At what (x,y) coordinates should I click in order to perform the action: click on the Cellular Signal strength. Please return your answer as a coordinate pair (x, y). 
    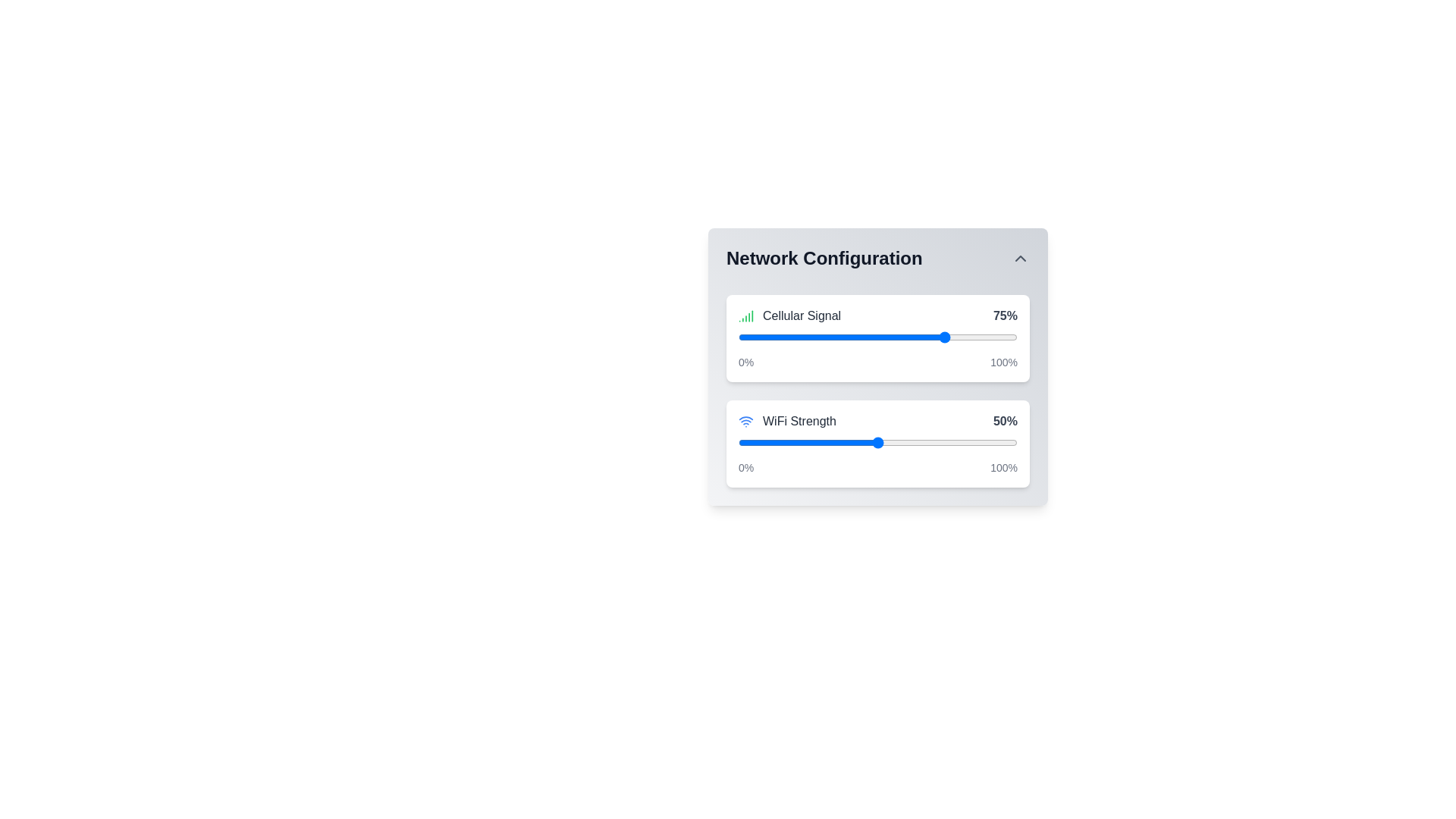
    Looking at the image, I should click on (930, 336).